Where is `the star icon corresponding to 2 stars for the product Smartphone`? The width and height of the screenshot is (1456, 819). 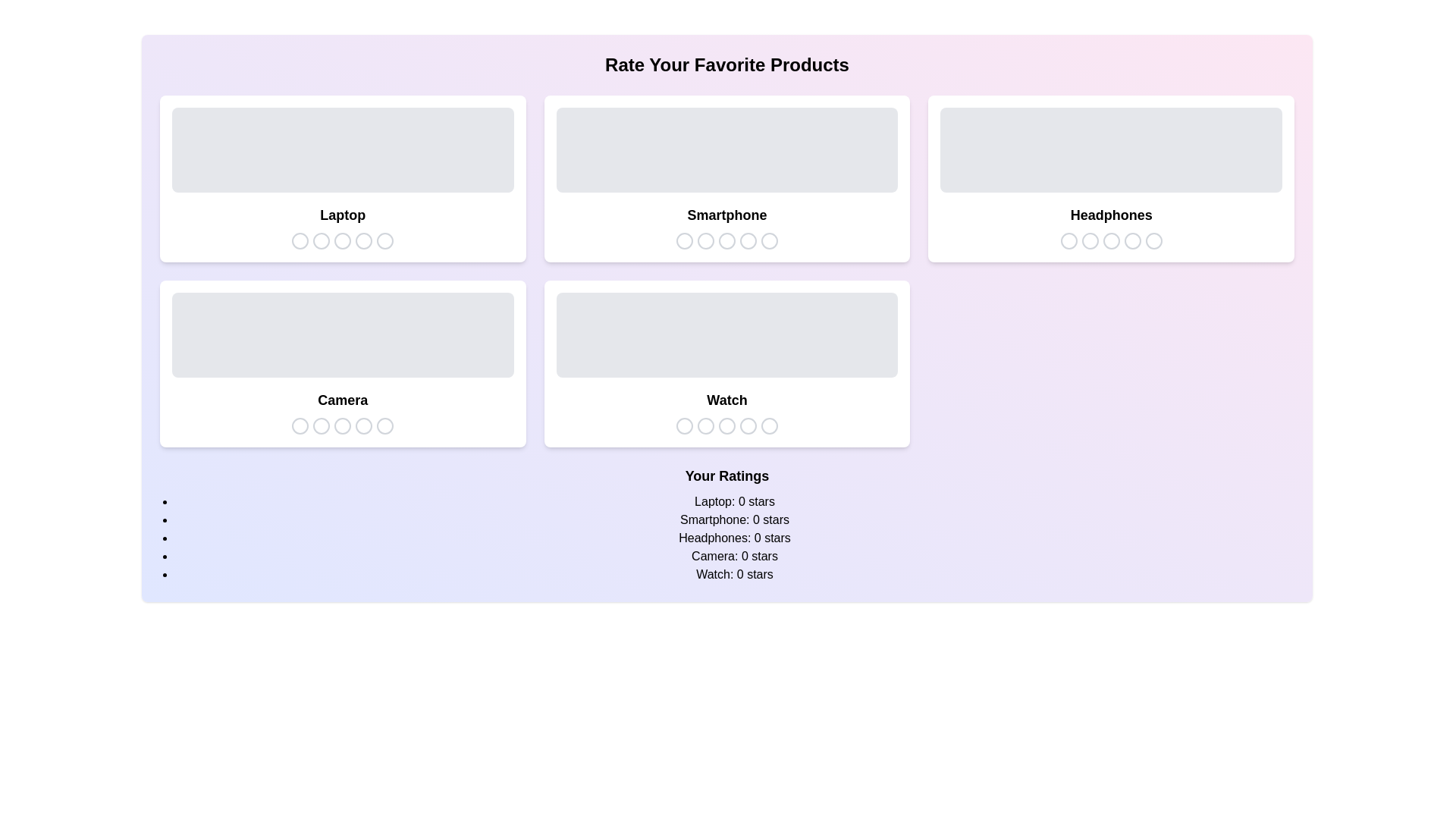 the star icon corresponding to 2 stars for the product Smartphone is located at coordinates (704, 240).